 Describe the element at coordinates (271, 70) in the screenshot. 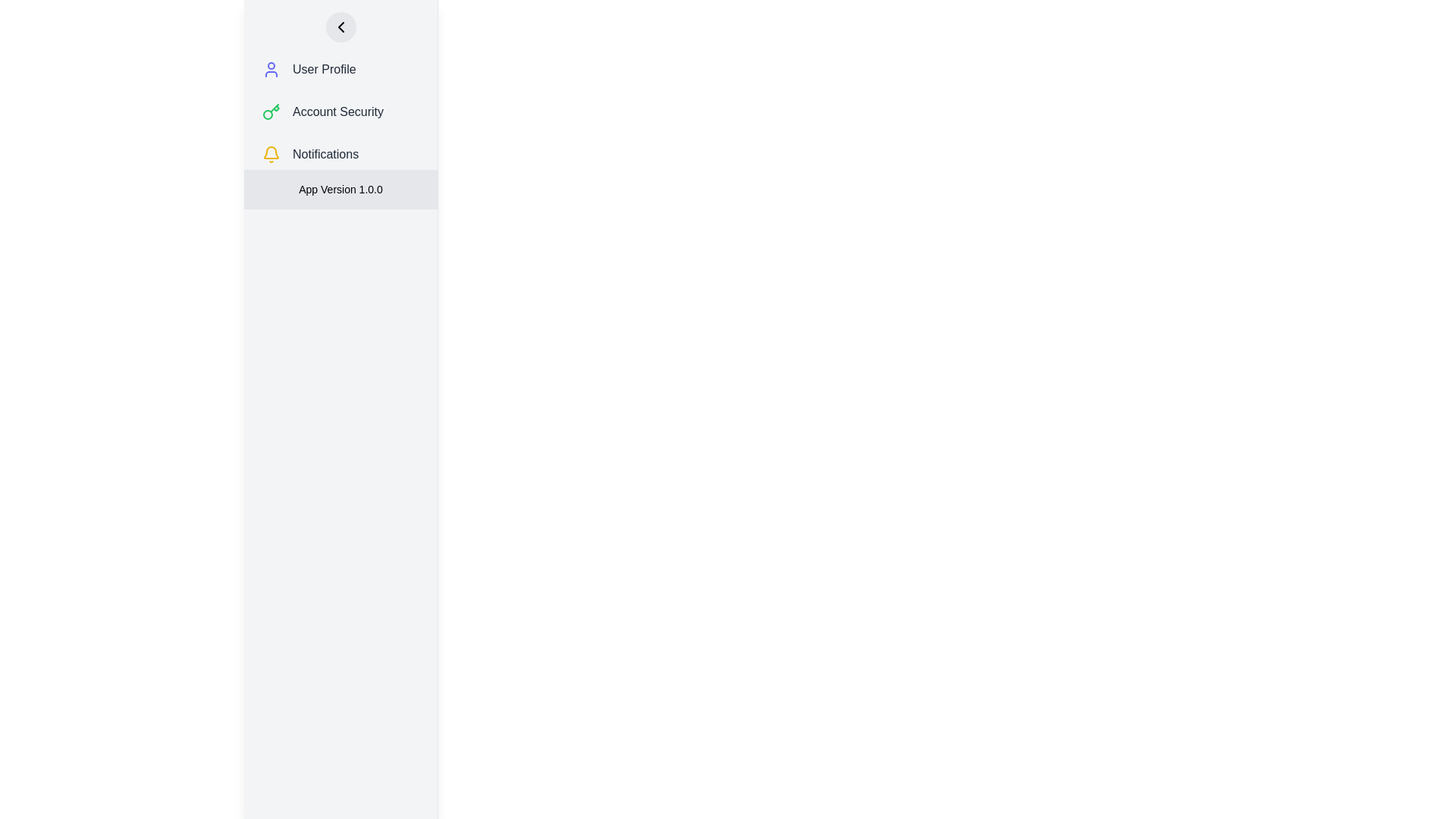

I see `the 'User Profile' icon, which is the first component in the vertical navigation menu, located to the left of the 'User Profile' text` at that location.